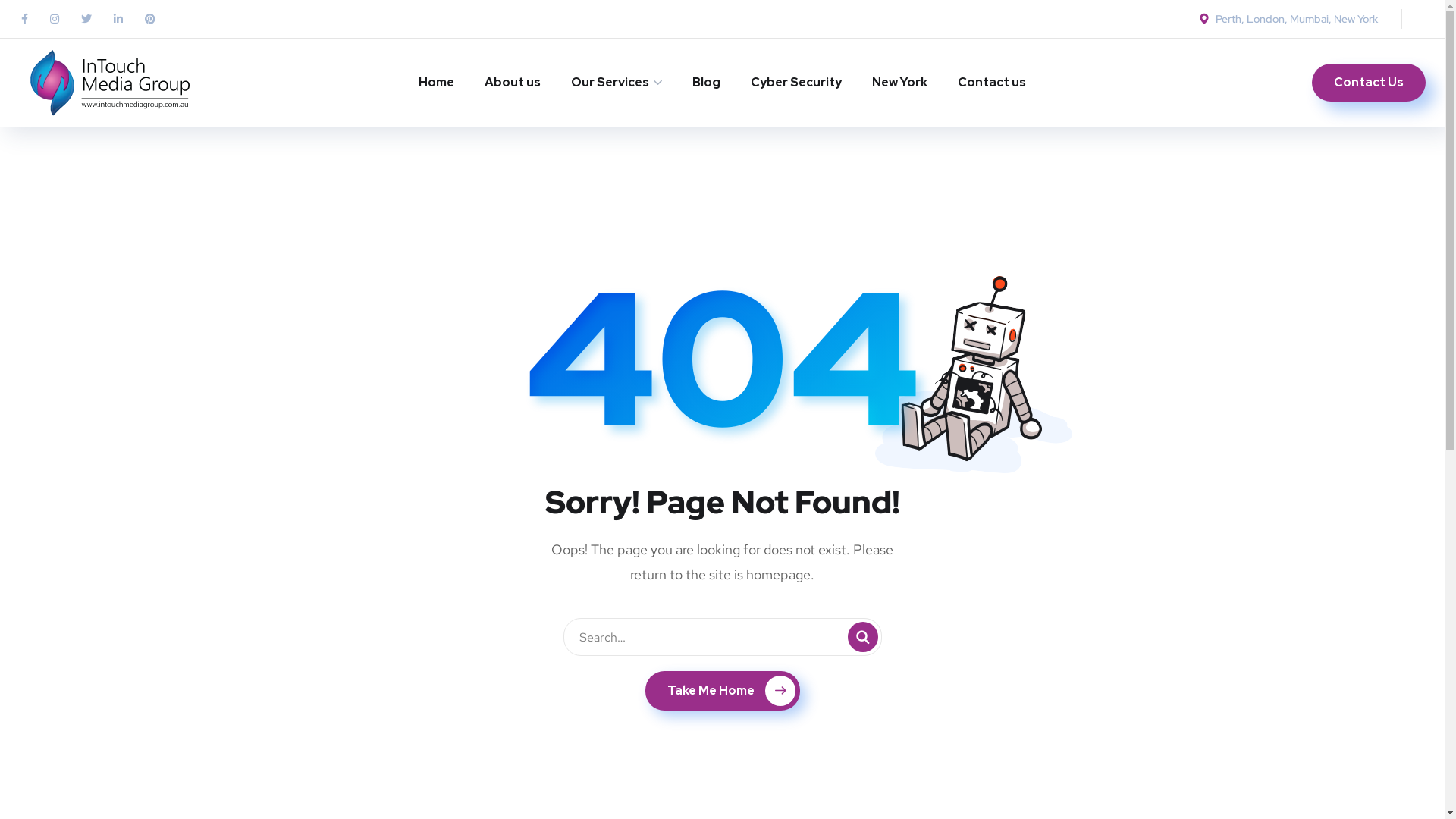 This screenshot has width=1456, height=819. Describe the element at coordinates (1310, 82) in the screenshot. I see `'Contact Us'` at that location.